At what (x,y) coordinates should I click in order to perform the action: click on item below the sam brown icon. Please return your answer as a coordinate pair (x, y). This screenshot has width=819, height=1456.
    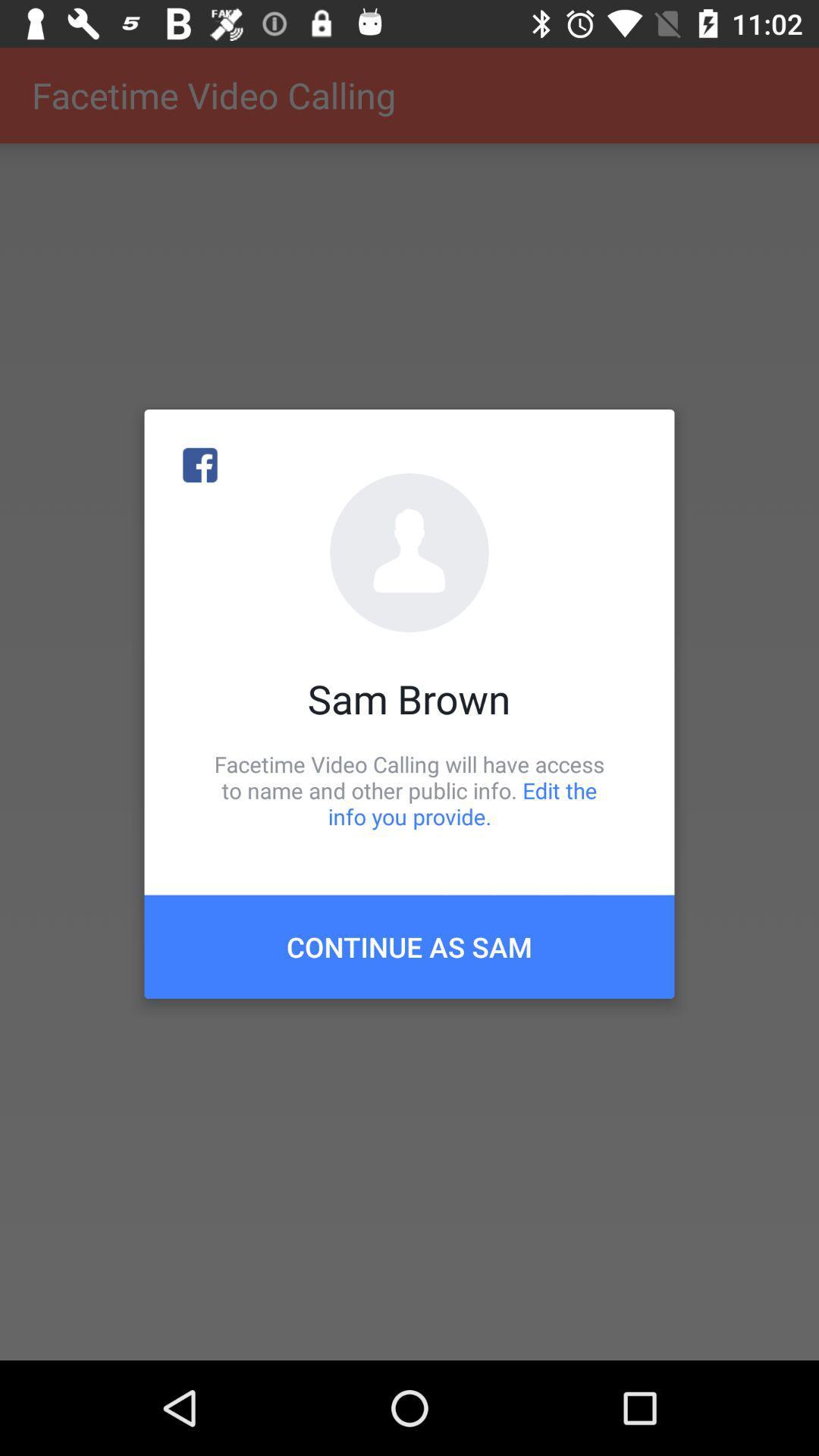
    Looking at the image, I should click on (409, 789).